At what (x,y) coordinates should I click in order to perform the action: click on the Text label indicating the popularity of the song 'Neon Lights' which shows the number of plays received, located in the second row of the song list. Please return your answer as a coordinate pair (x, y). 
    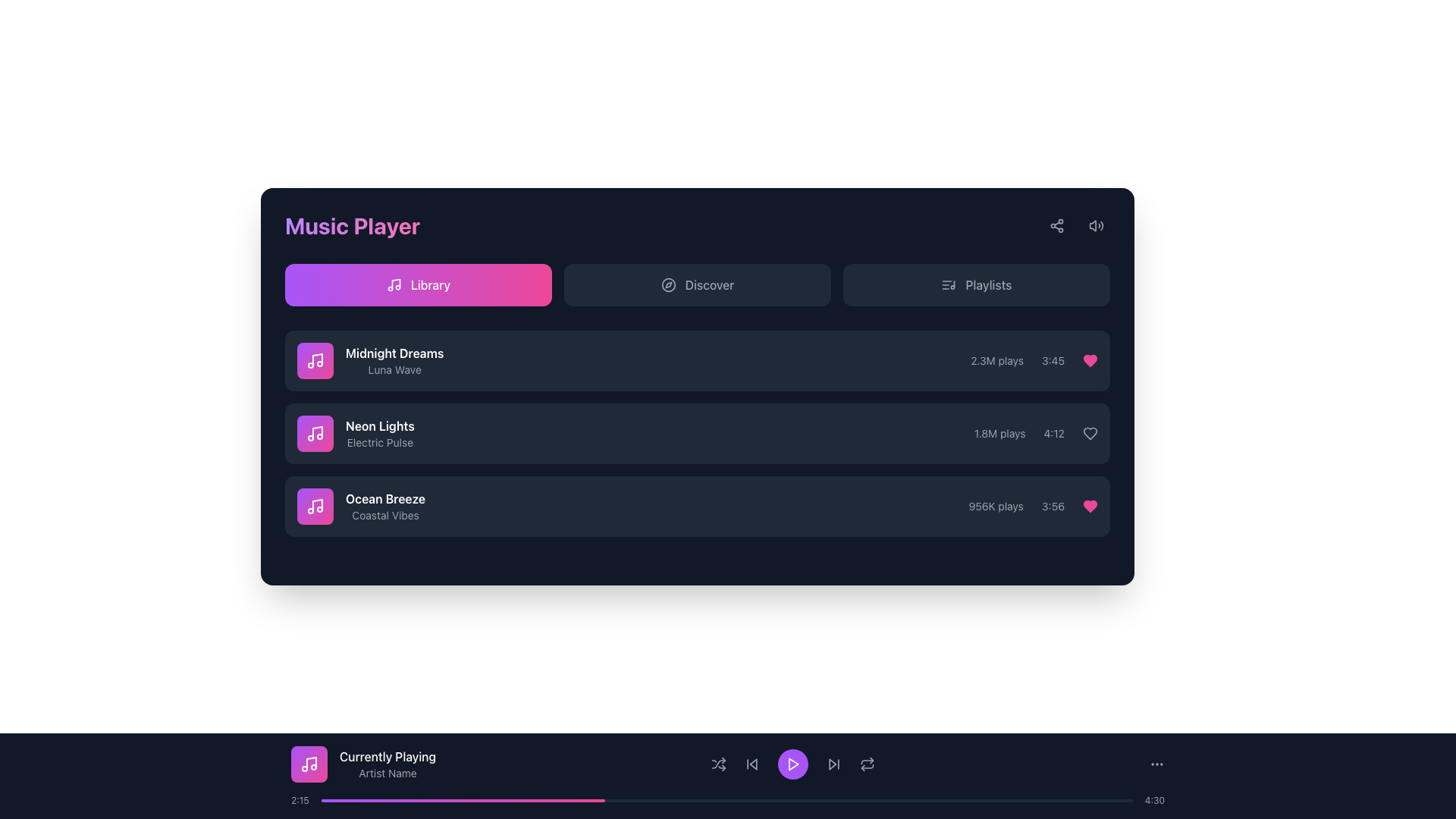
    Looking at the image, I should click on (999, 433).